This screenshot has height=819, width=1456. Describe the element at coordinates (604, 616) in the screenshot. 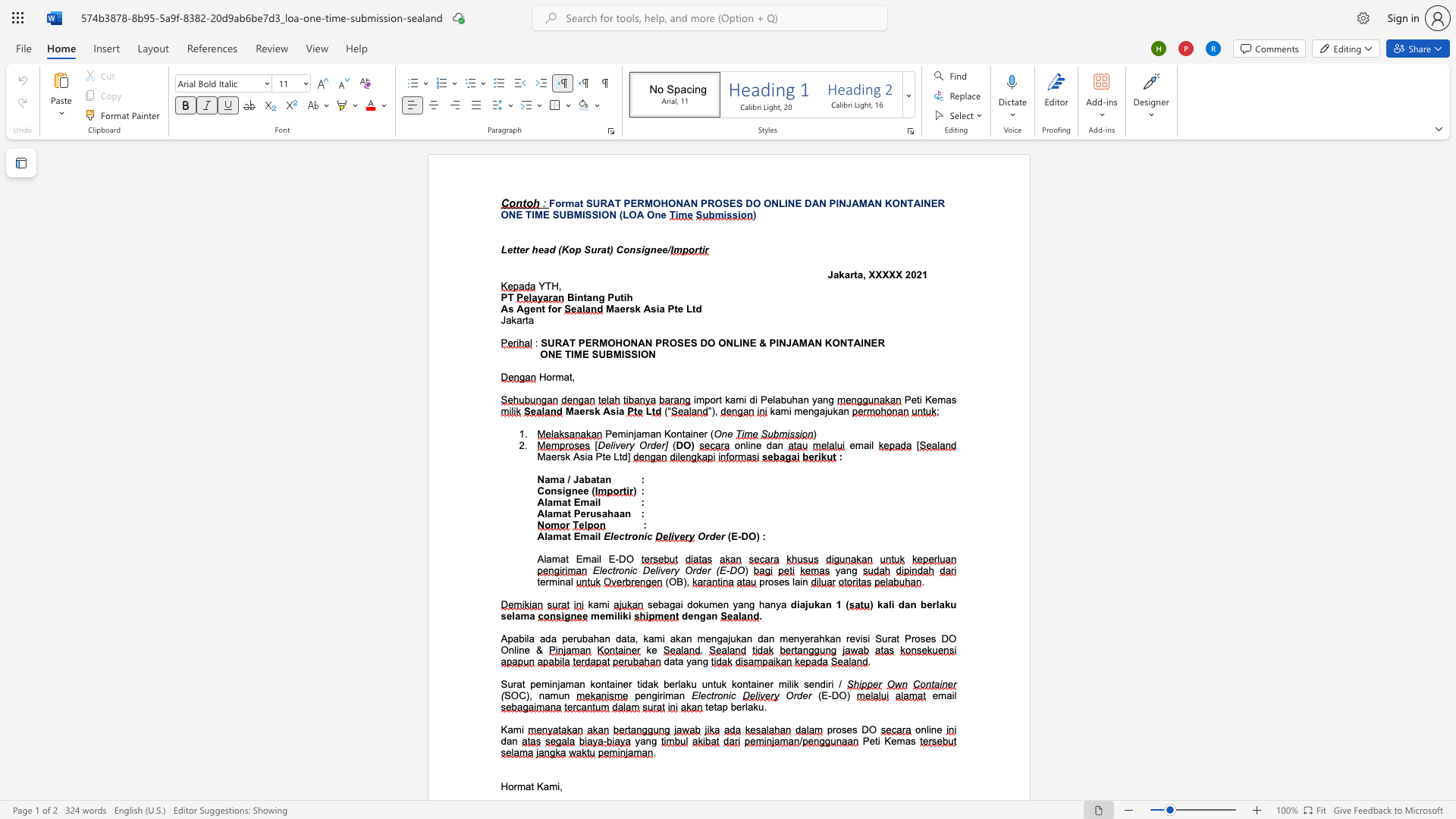

I see `the subset text "mi" within the text "memiliki"` at that location.